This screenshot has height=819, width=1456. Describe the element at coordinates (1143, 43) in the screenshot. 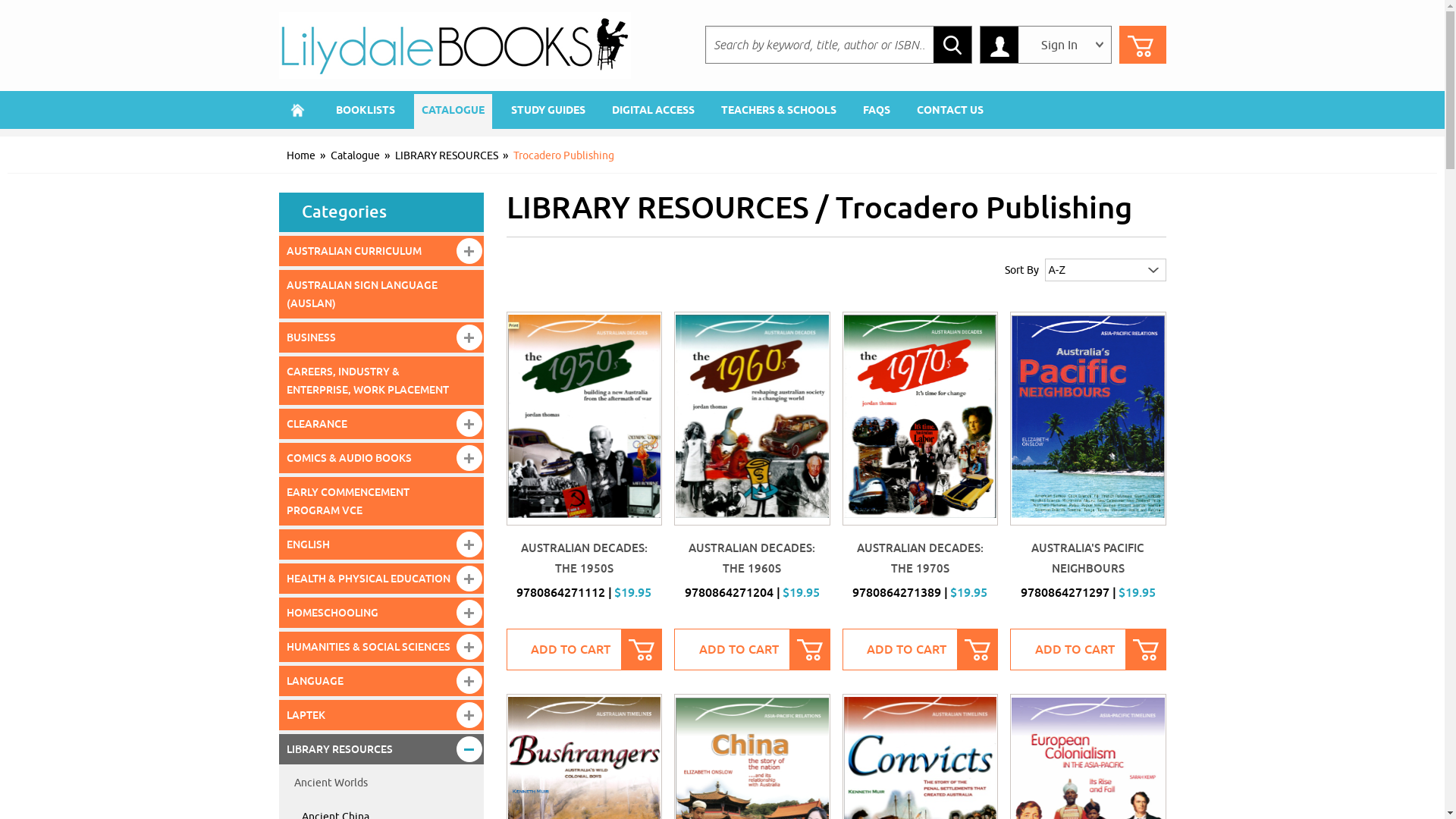

I see `'View Items'` at that location.